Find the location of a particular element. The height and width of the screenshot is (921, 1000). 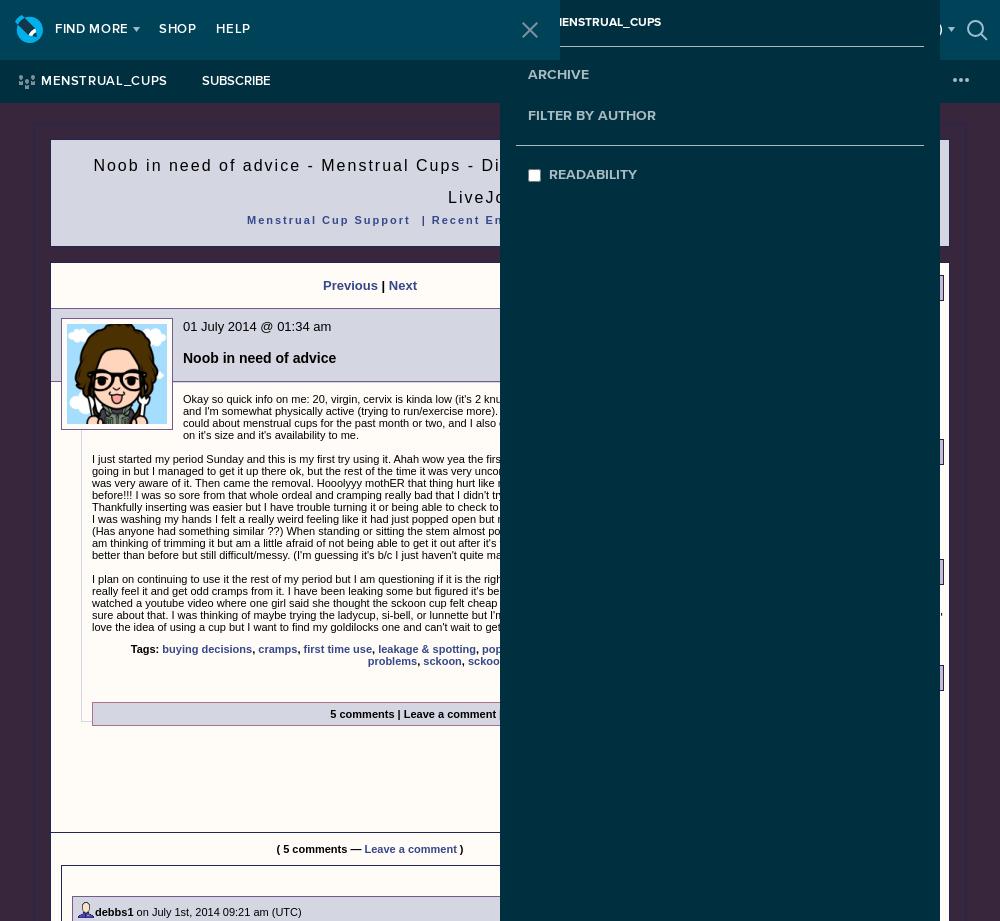

'dry run' is located at coordinates (746, 848).